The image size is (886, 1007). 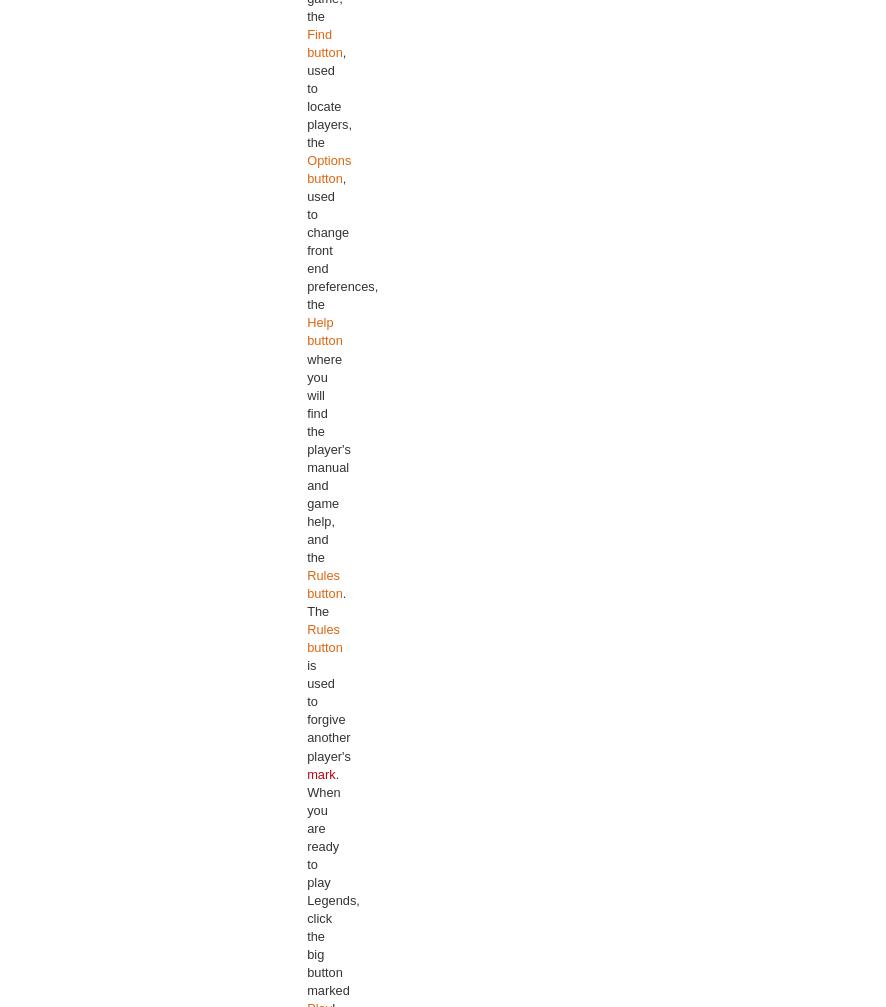 What do you see at coordinates (328, 96) in the screenshot?
I see `', used to locate players, the'` at bounding box center [328, 96].